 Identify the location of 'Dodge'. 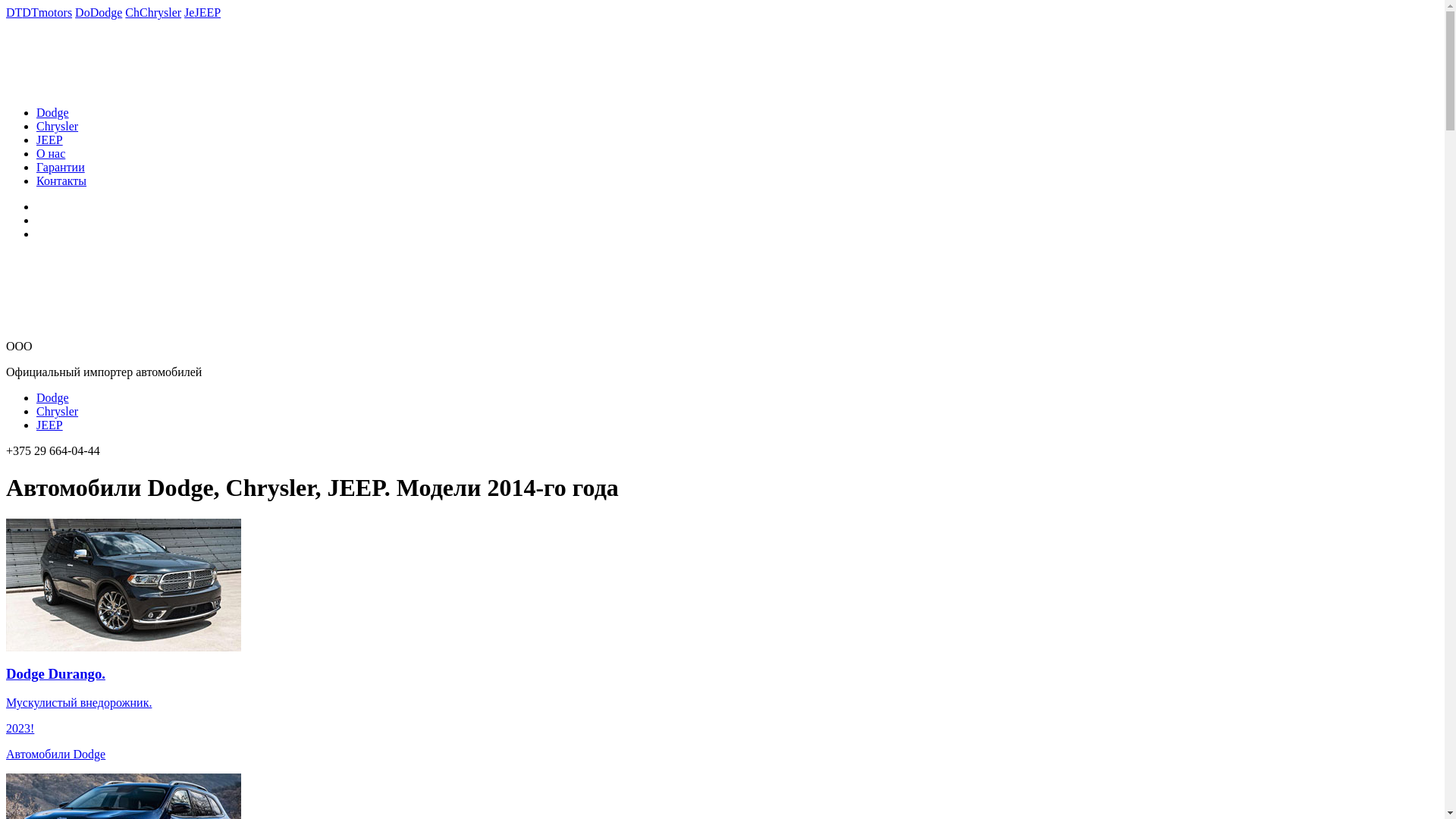
(52, 111).